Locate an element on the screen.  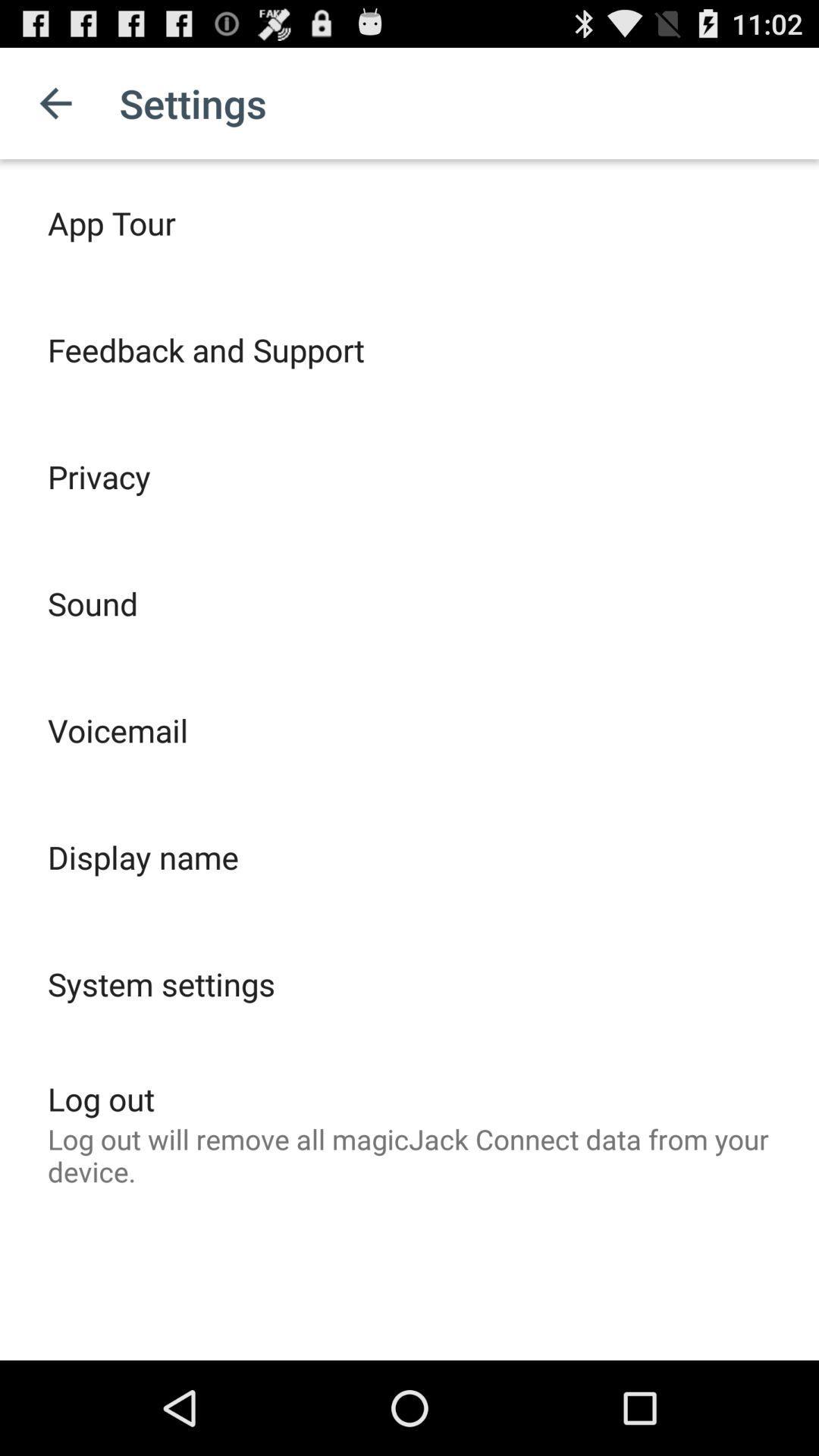
the app to the left of settings icon is located at coordinates (55, 102).